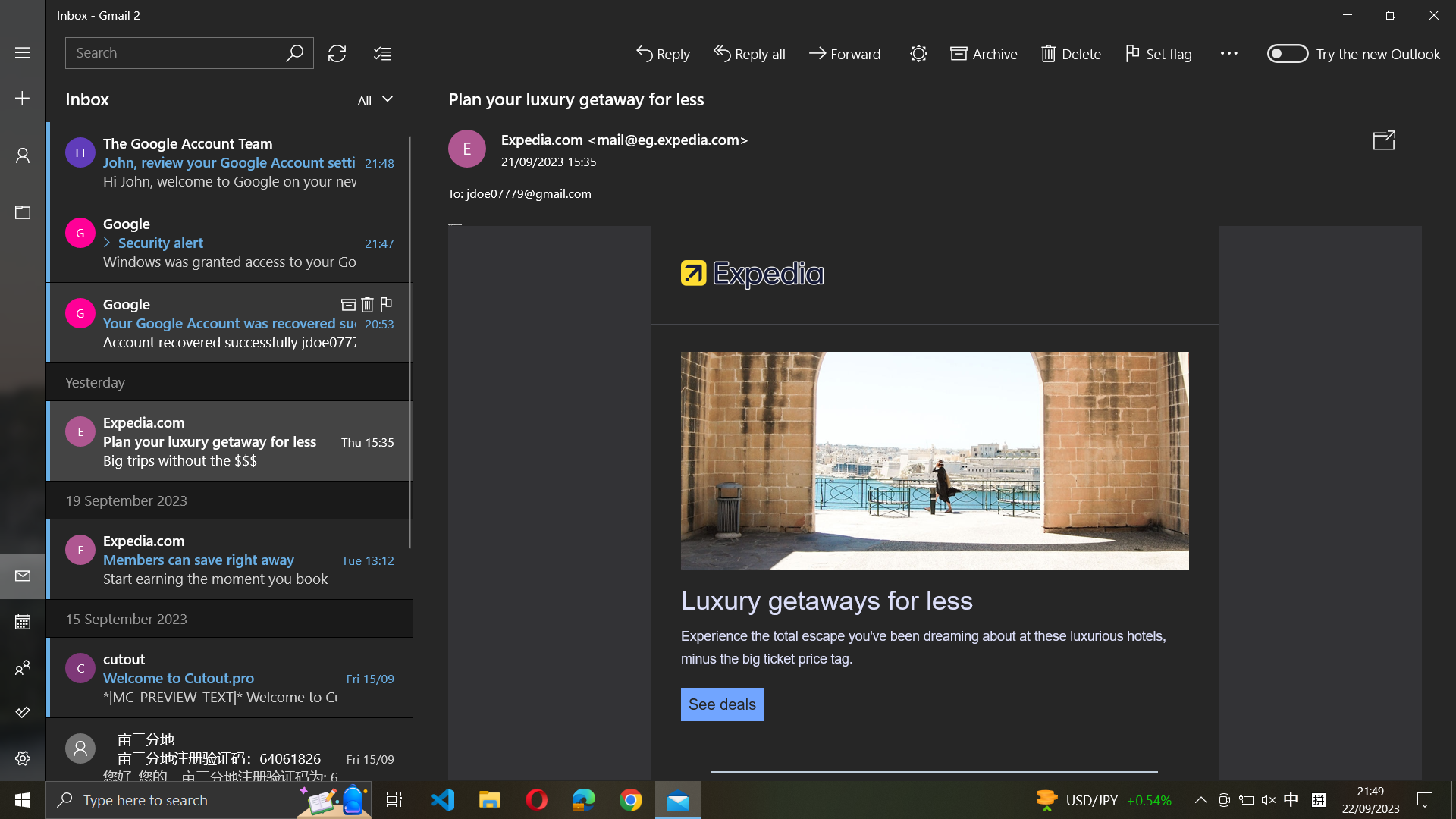 Image resolution: width=1456 pixels, height=819 pixels. I want to click on Redirect email received from Expedia.com yesterday, so click(227, 439).